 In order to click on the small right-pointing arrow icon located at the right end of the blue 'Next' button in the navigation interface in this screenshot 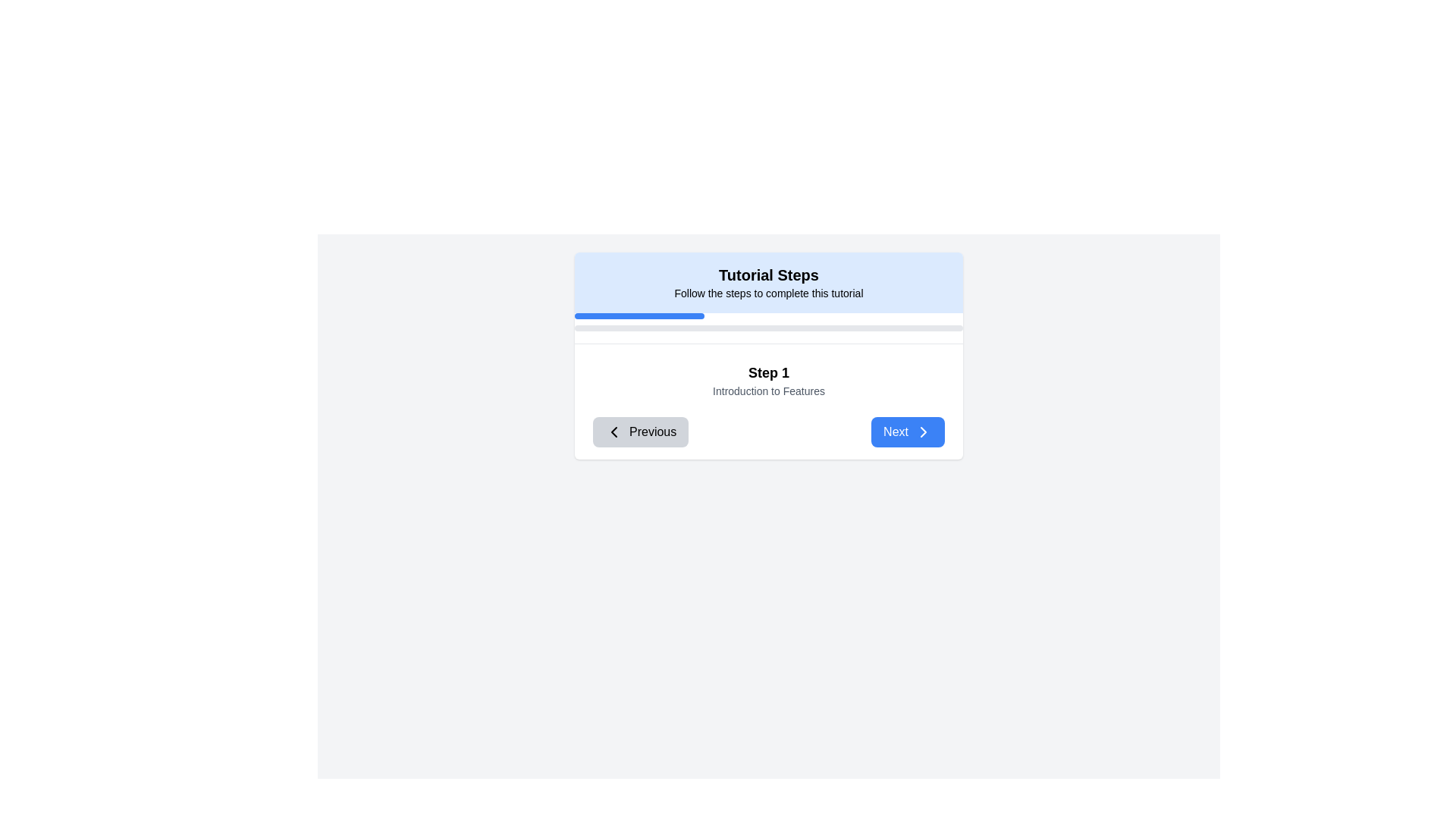, I will do `click(923, 432)`.